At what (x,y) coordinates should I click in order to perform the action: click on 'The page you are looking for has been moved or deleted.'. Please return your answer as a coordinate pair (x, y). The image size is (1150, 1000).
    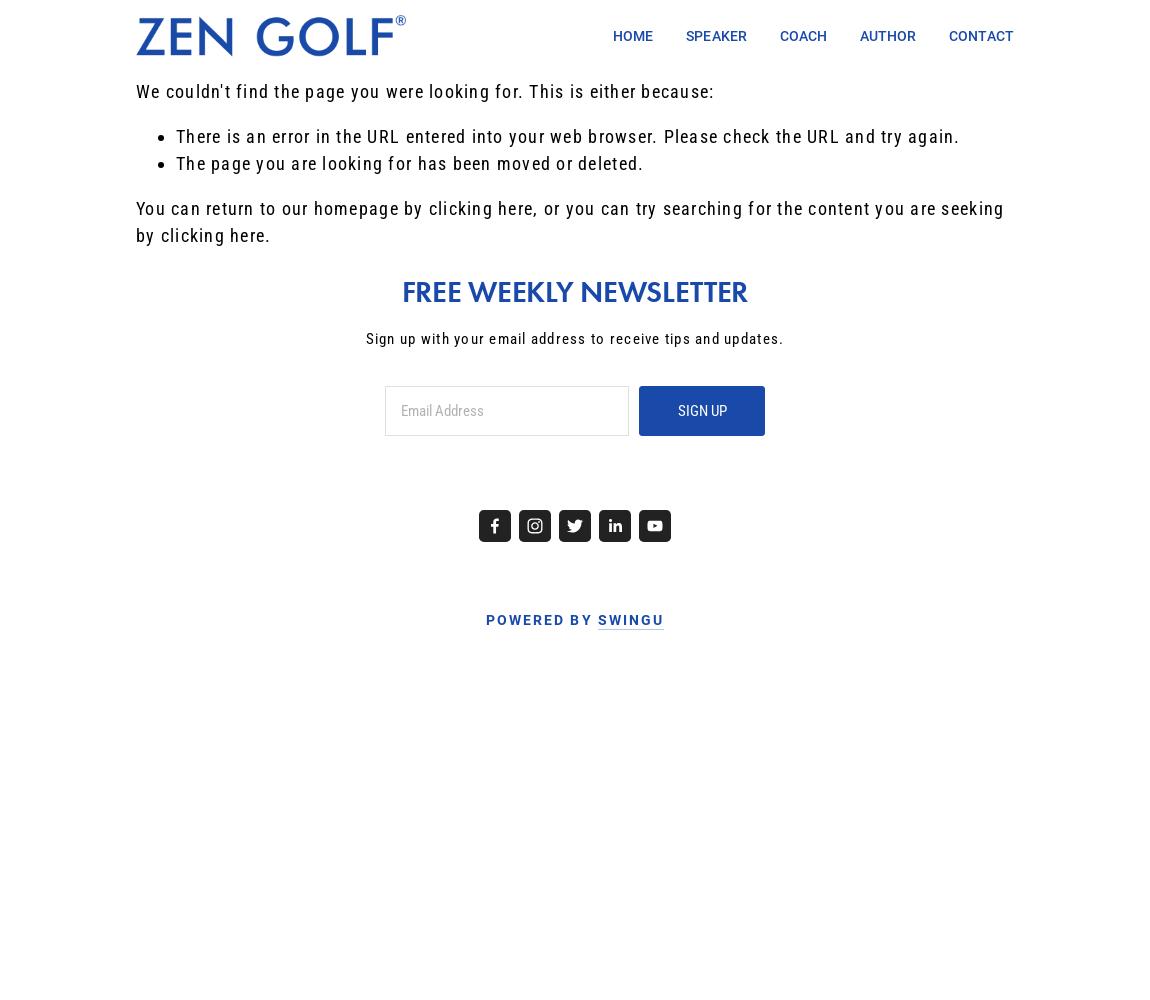
    Looking at the image, I should click on (409, 163).